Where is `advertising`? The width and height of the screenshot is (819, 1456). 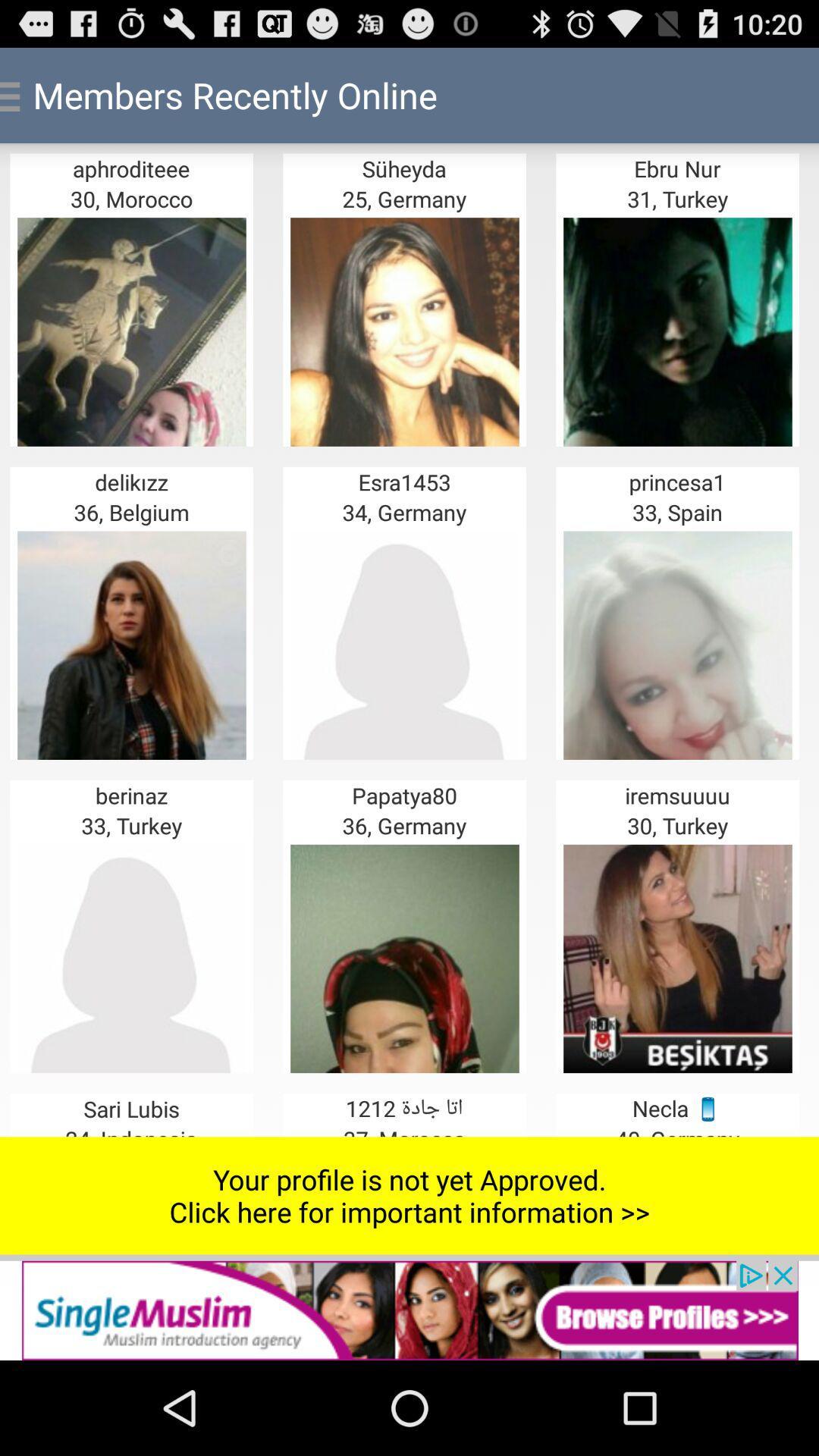
advertising is located at coordinates (409, 1310).